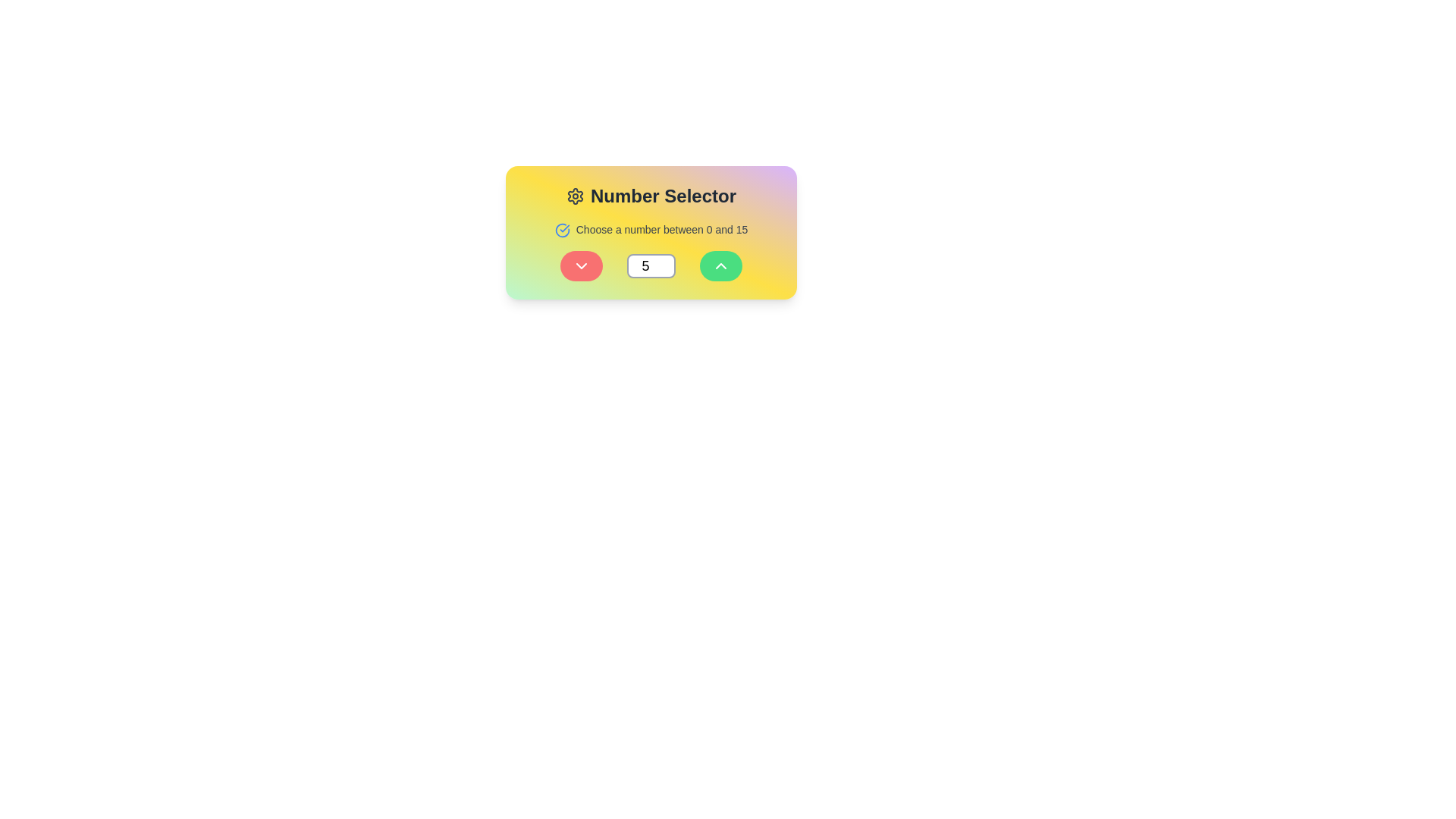 This screenshot has height=819, width=1456. What do you see at coordinates (581, 265) in the screenshot?
I see `the first rounded button with a red background and a white downward chevron icon` at bounding box center [581, 265].